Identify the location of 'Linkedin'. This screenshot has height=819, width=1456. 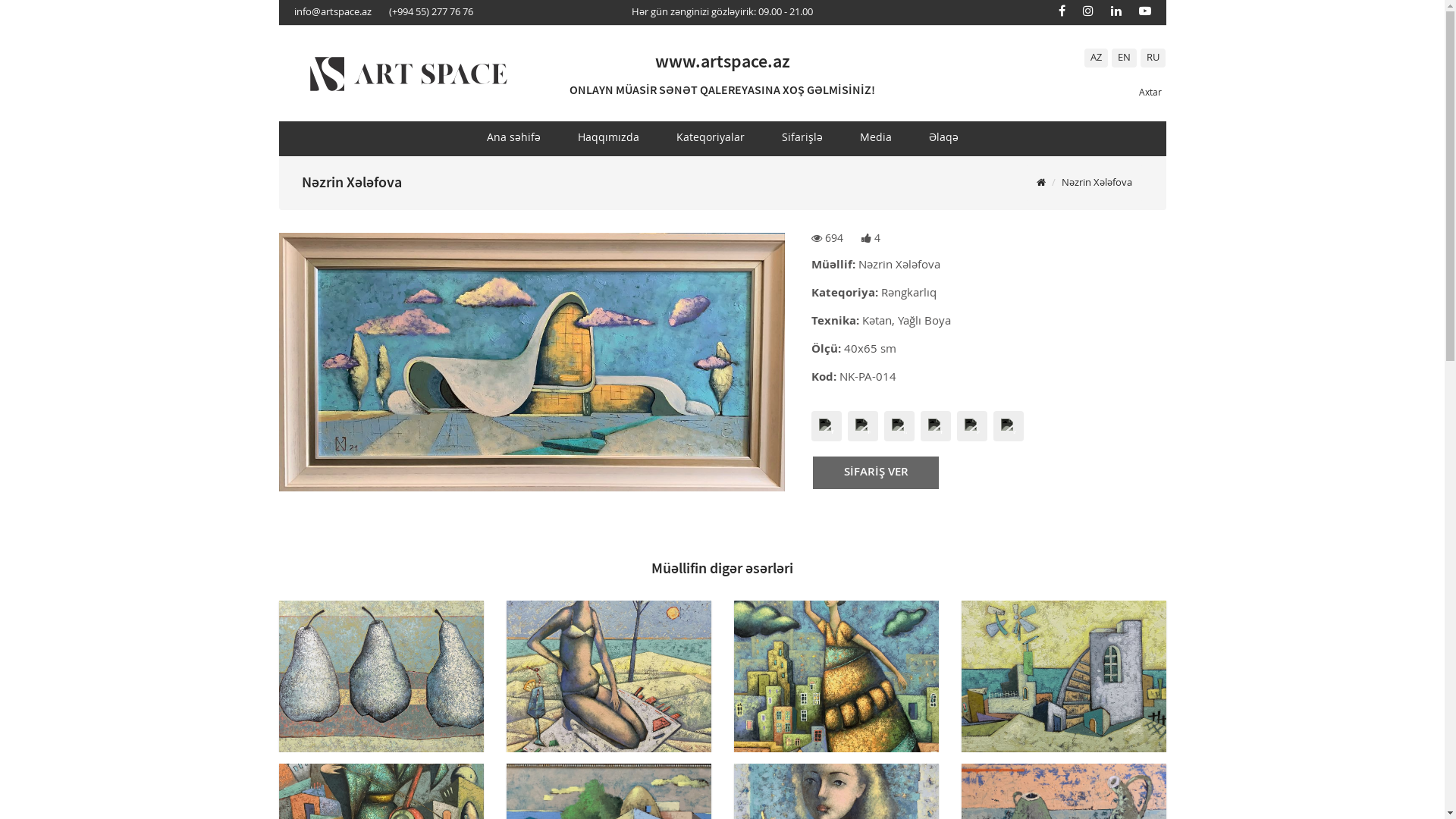
(1110, 11).